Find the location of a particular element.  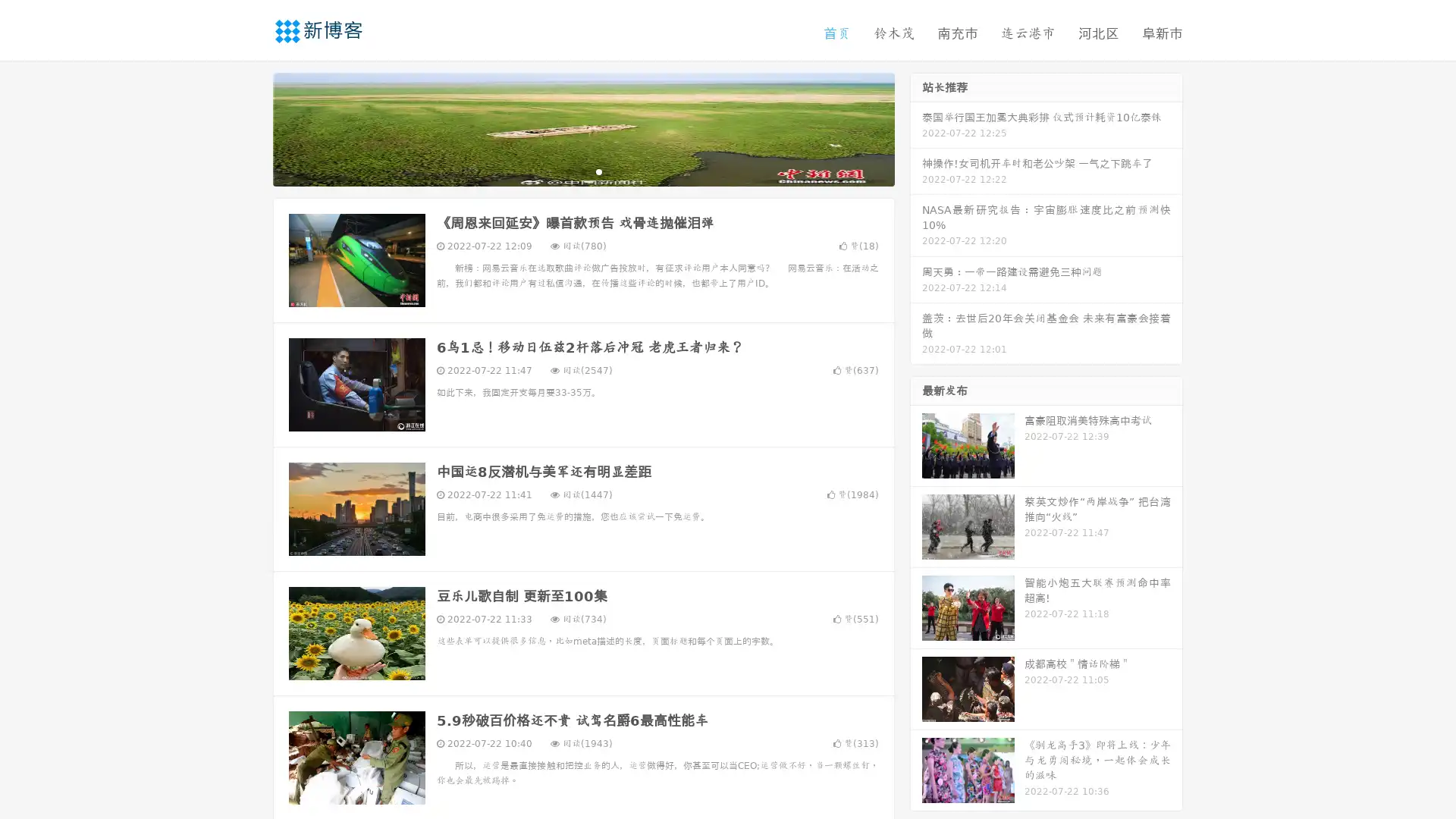

Previous slide is located at coordinates (250, 127).